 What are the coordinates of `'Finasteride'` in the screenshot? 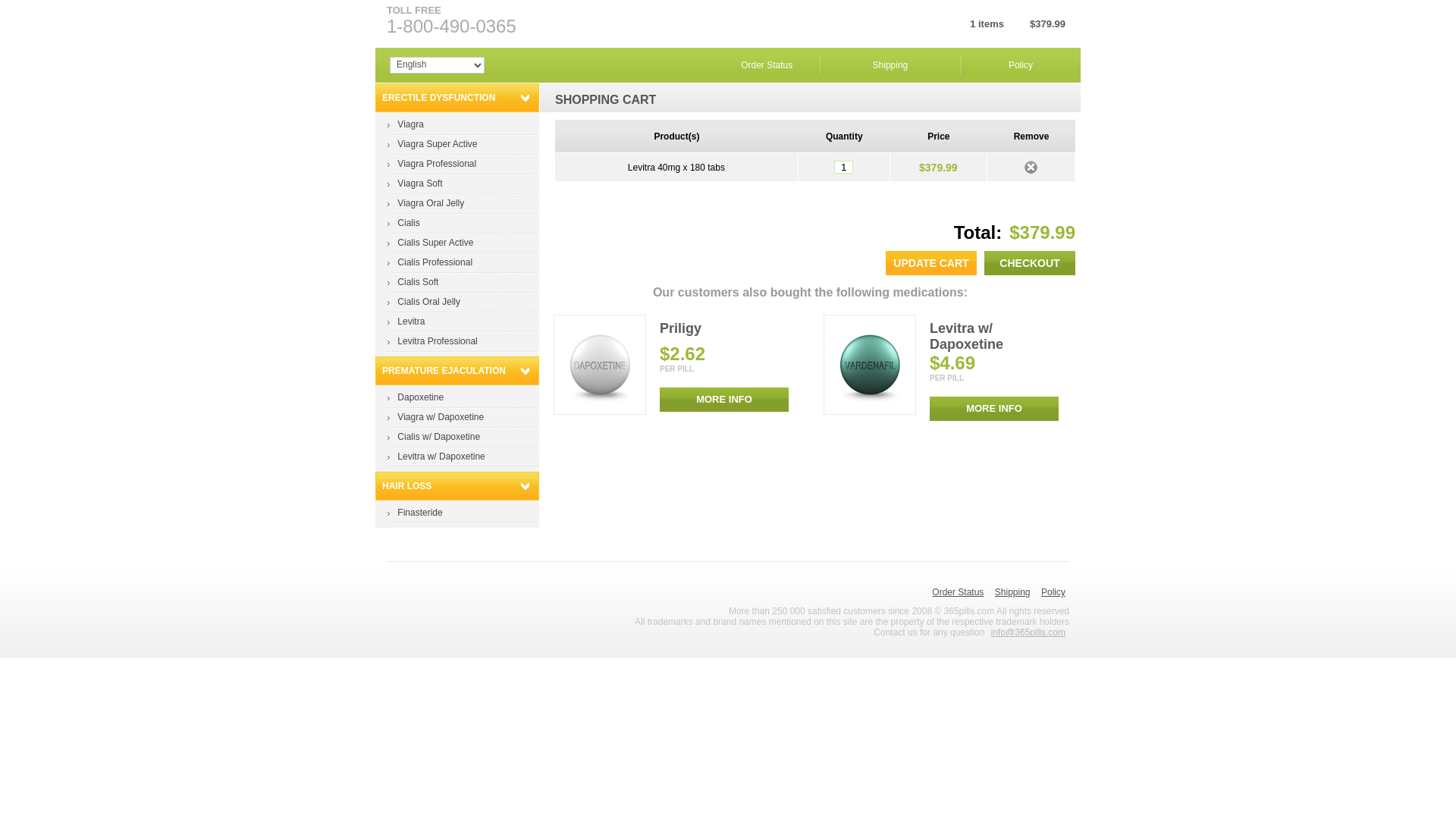 It's located at (397, 512).